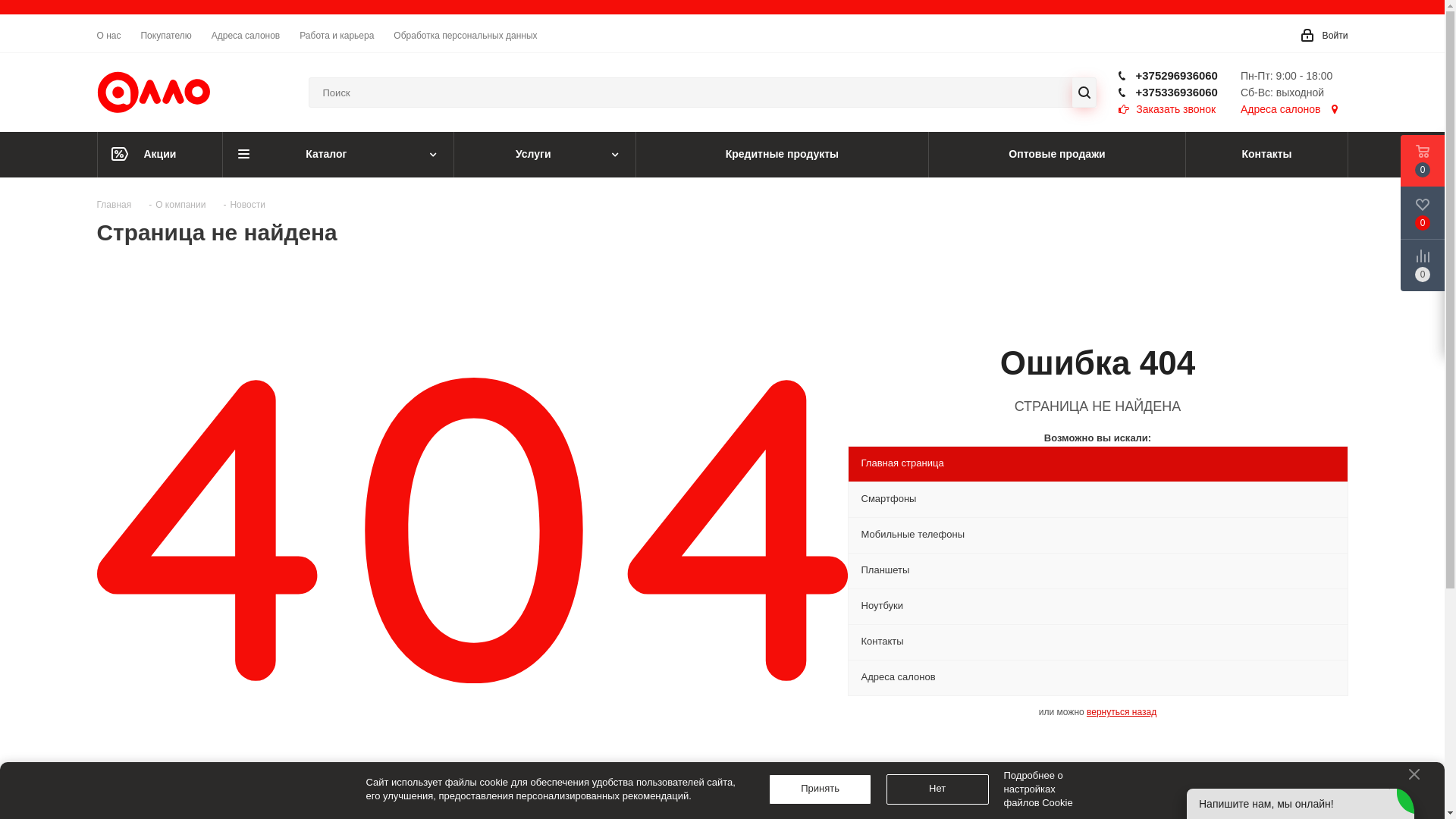 Image resolution: width=1456 pixels, height=819 pixels. I want to click on '+375296936060', so click(1135, 75).